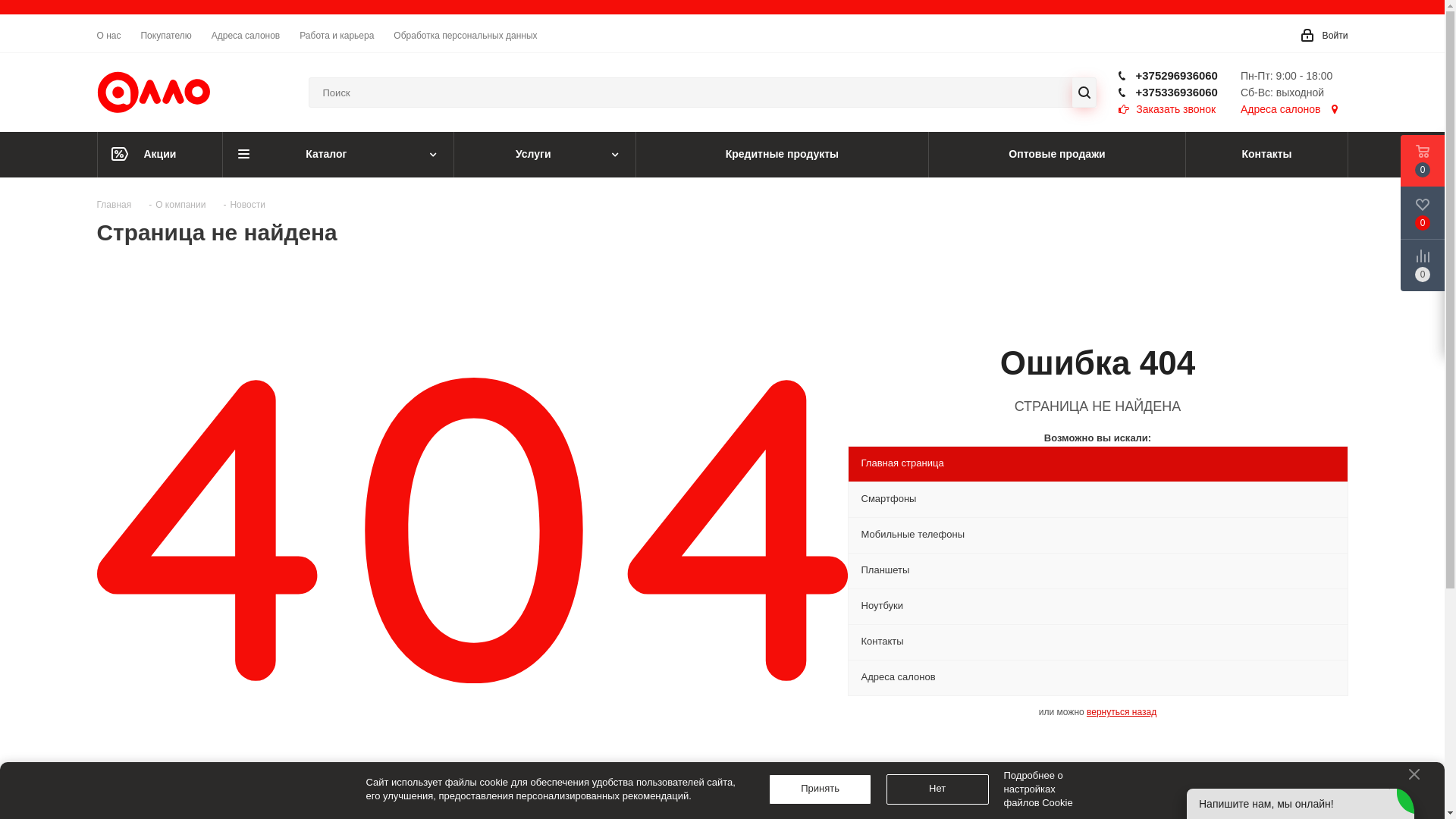 Image resolution: width=1456 pixels, height=819 pixels. I want to click on '+375296936060', so click(1135, 75).